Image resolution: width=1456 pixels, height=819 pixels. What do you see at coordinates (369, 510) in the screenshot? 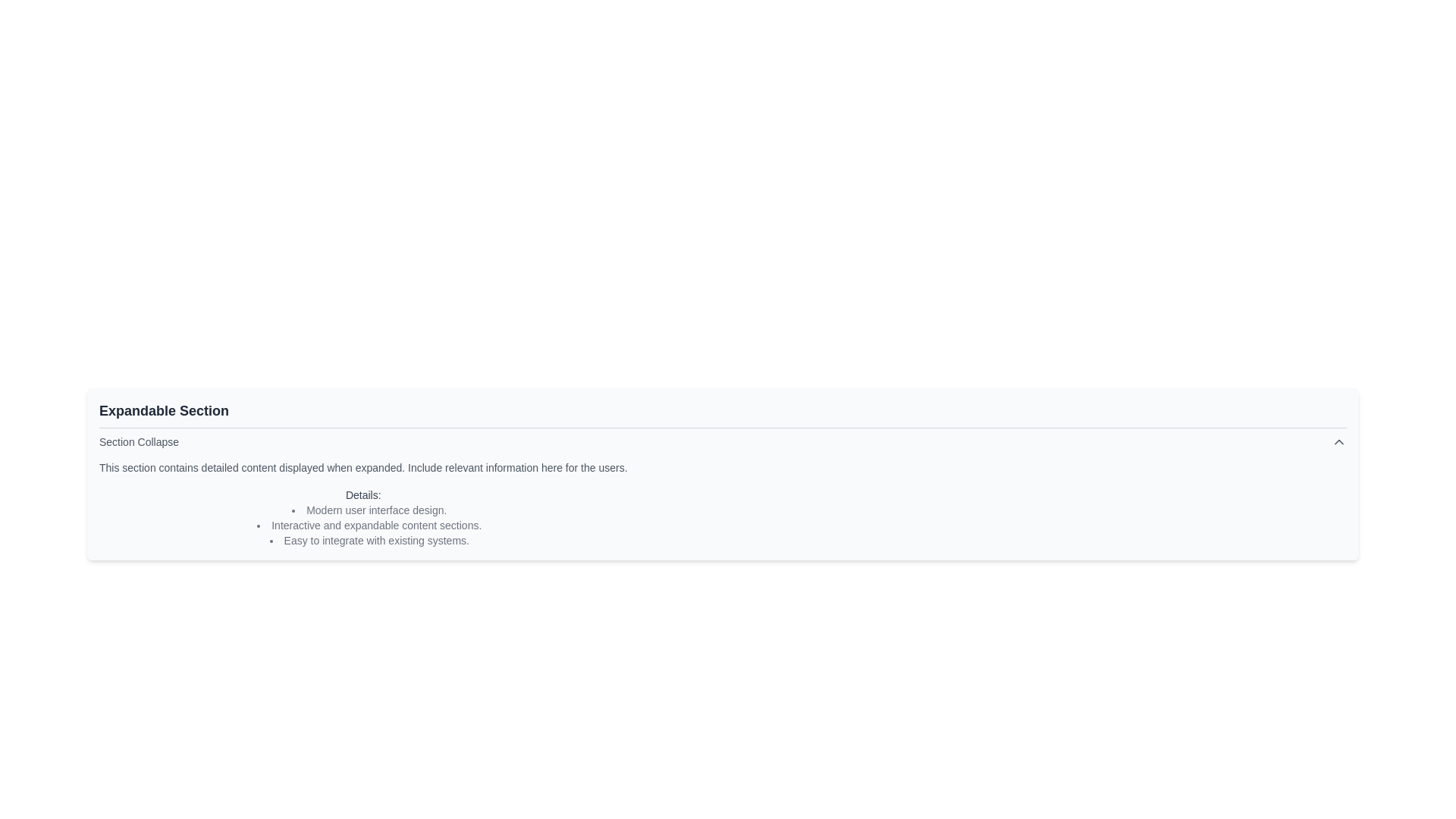
I see `the first list item text element 'Modern user interface design.' located under the 'Details:' label` at bounding box center [369, 510].